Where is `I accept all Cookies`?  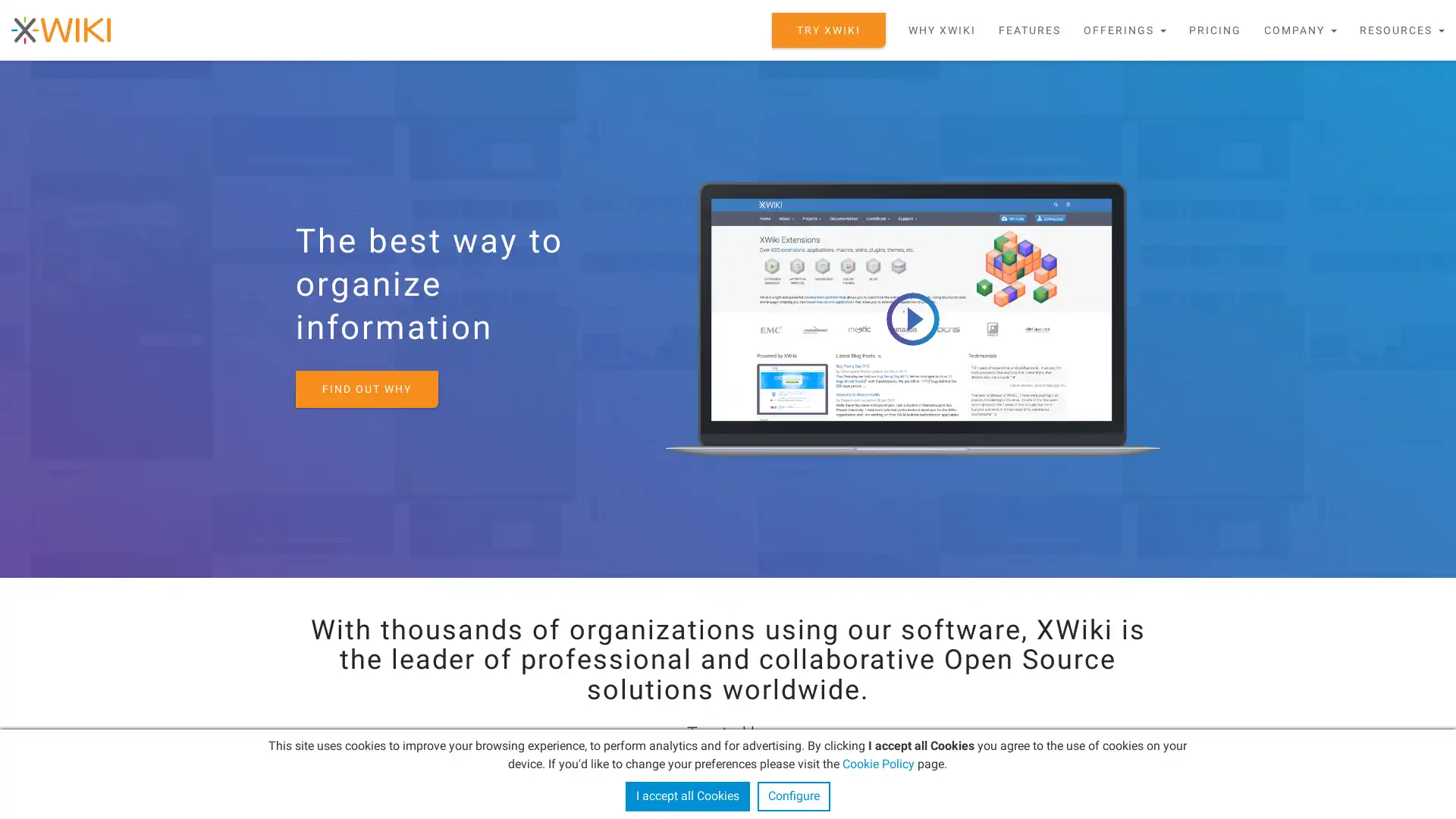
I accept all Cookies is located at coordinates (686, 795).